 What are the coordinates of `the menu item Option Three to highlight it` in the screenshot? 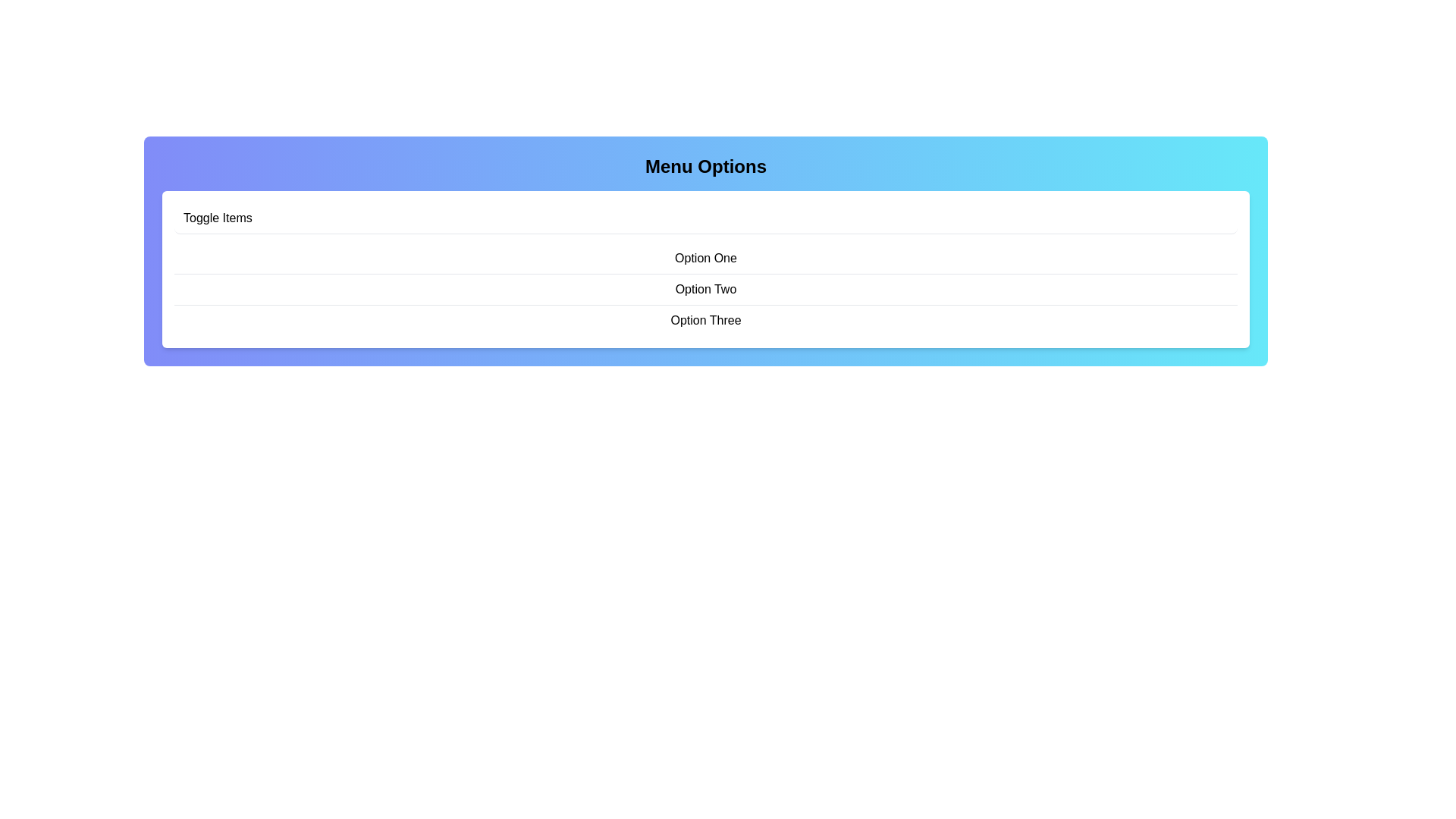 It's located at (705, 319).